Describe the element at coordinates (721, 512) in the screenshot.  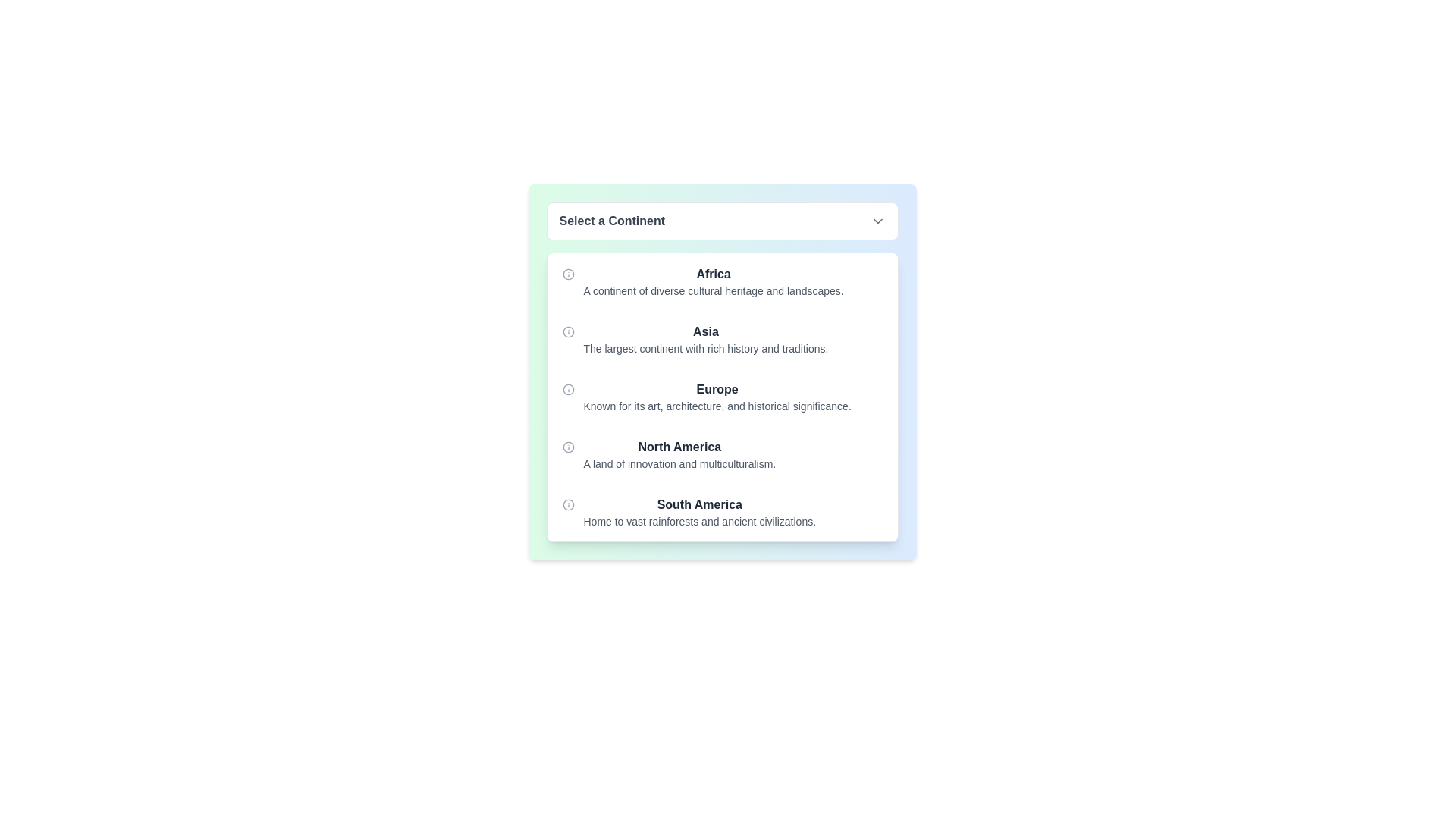
I see `the fifth and final informational list item that provides details about 'South America'` at that location.